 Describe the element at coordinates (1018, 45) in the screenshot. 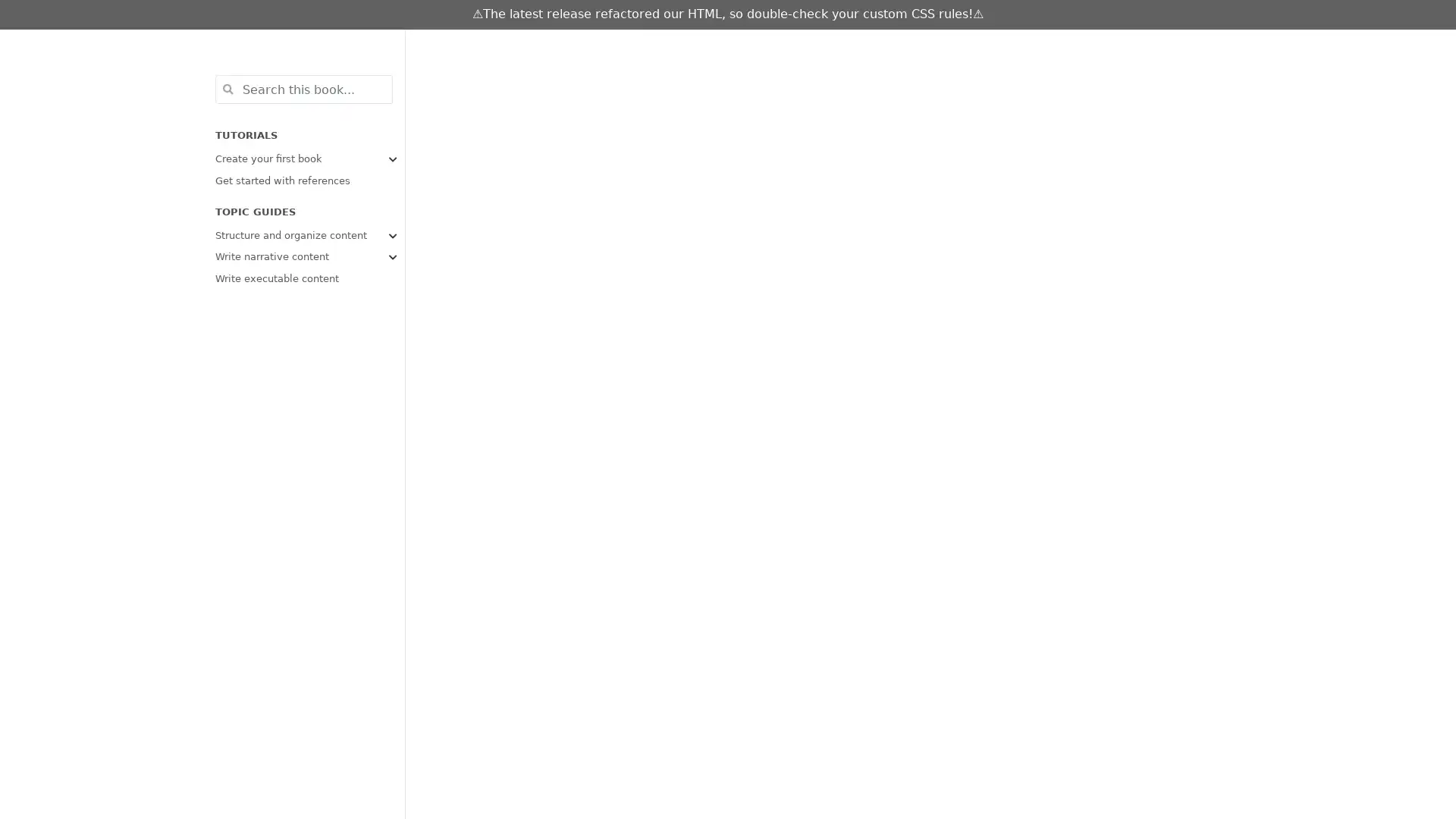

I see `Download this page` at that location.